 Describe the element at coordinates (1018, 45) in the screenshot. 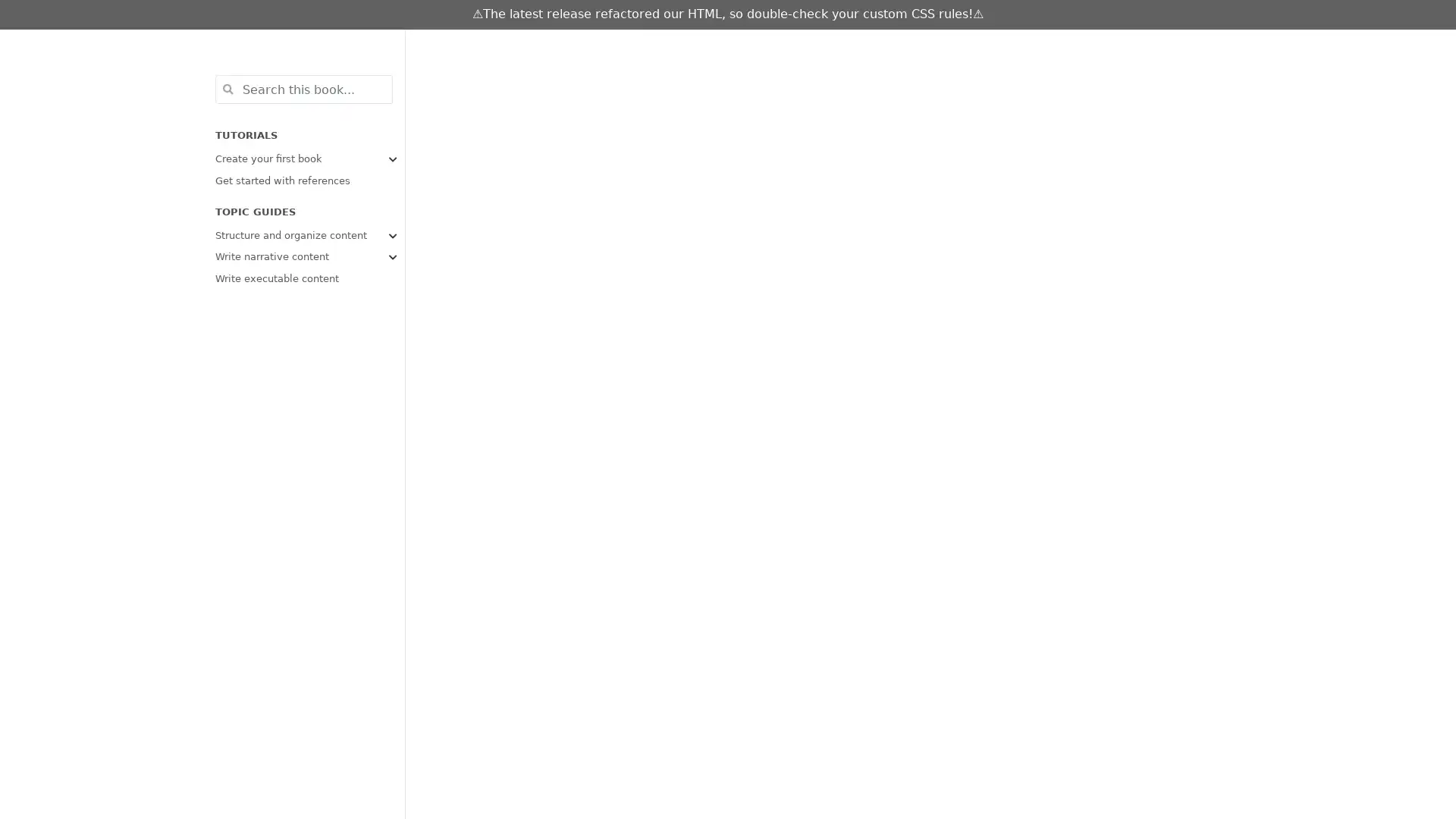

I see `Download this page` at that location.